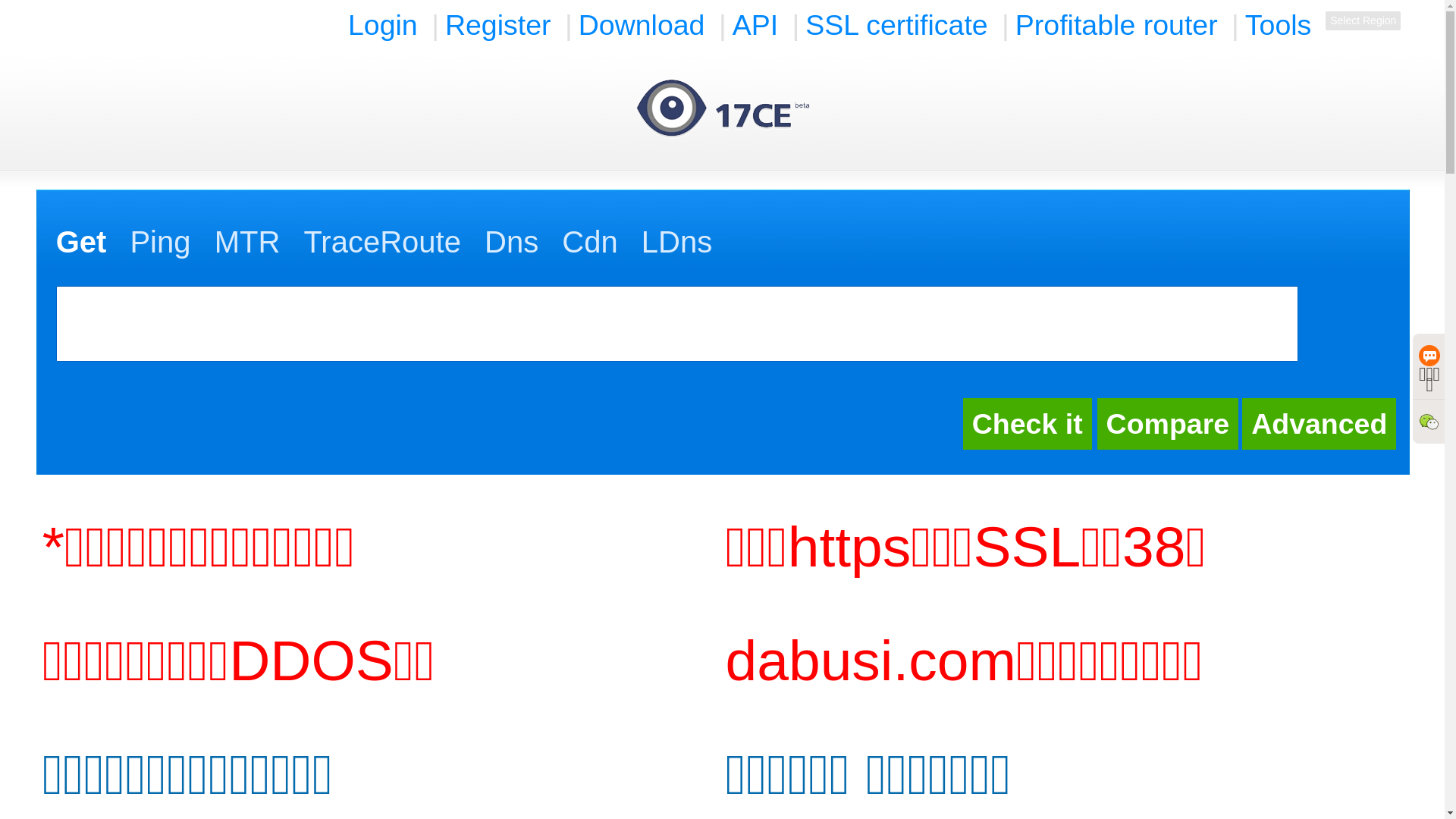 The height and width of the screenshot is (819, 1456). Describe the element at coordinates (726, 25) in the screenshot. I see `'API'` at that location.